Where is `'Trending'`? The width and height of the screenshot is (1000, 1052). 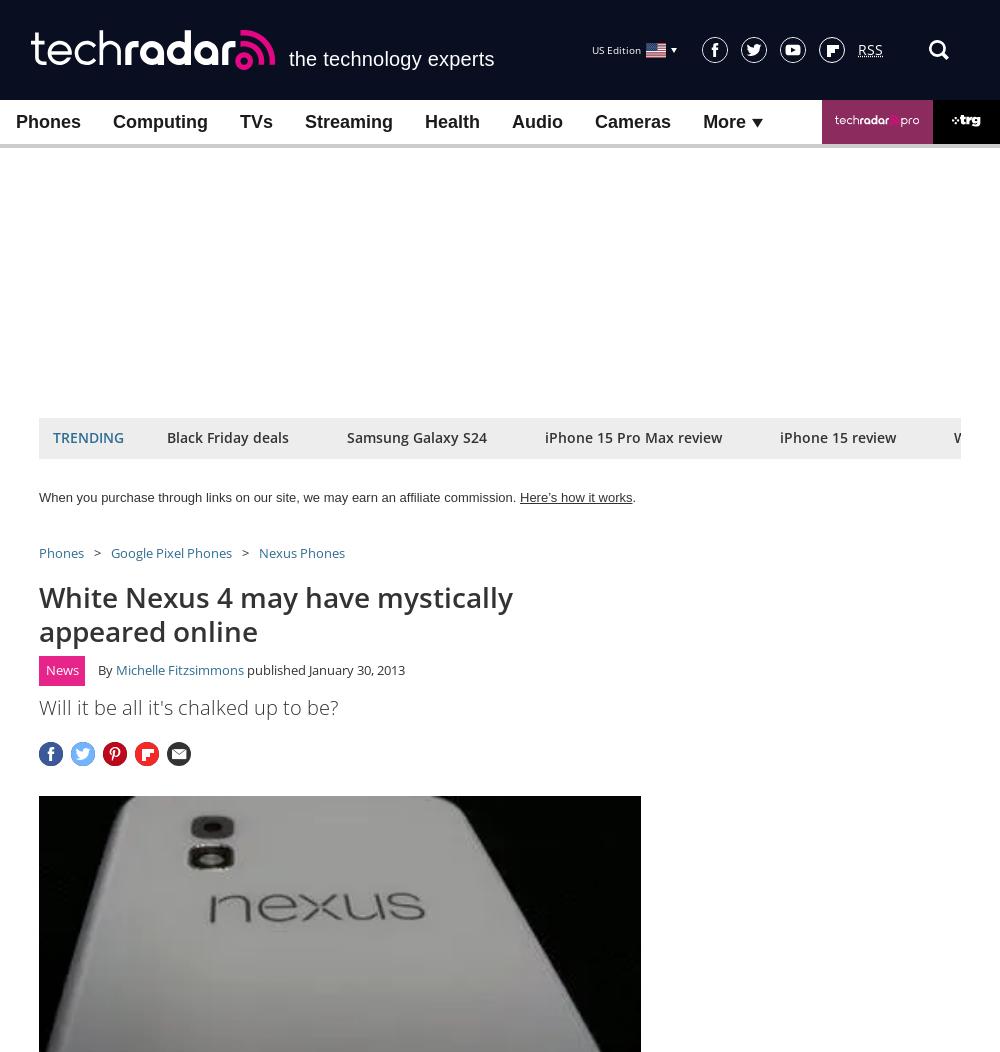 'Trending' is located at coordinates (87, 436).